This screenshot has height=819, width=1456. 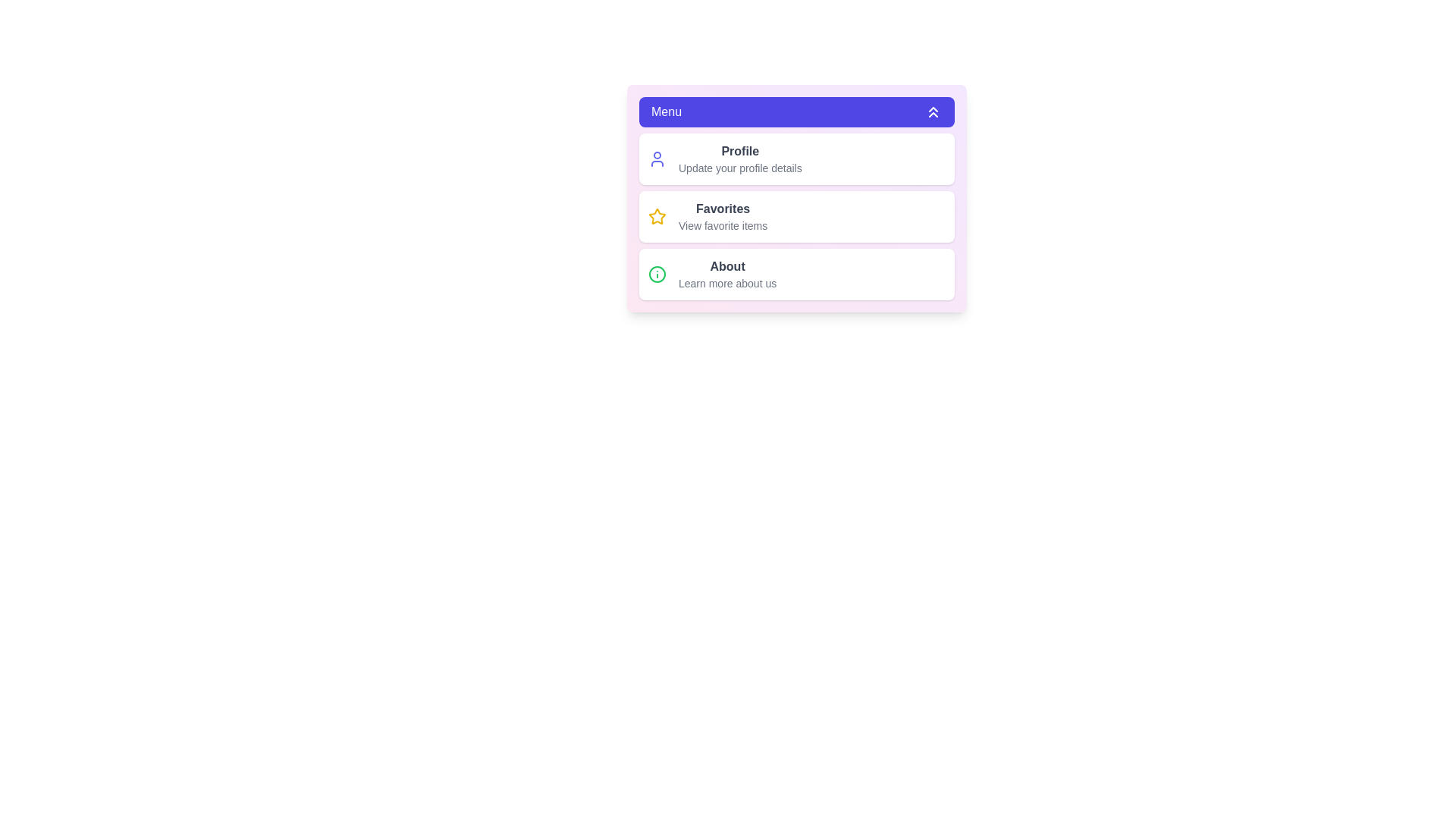 What do you see at coordinates (796, 158) in the screenshot?
I see `the menu item Profile` at bounding box center [796, 158].